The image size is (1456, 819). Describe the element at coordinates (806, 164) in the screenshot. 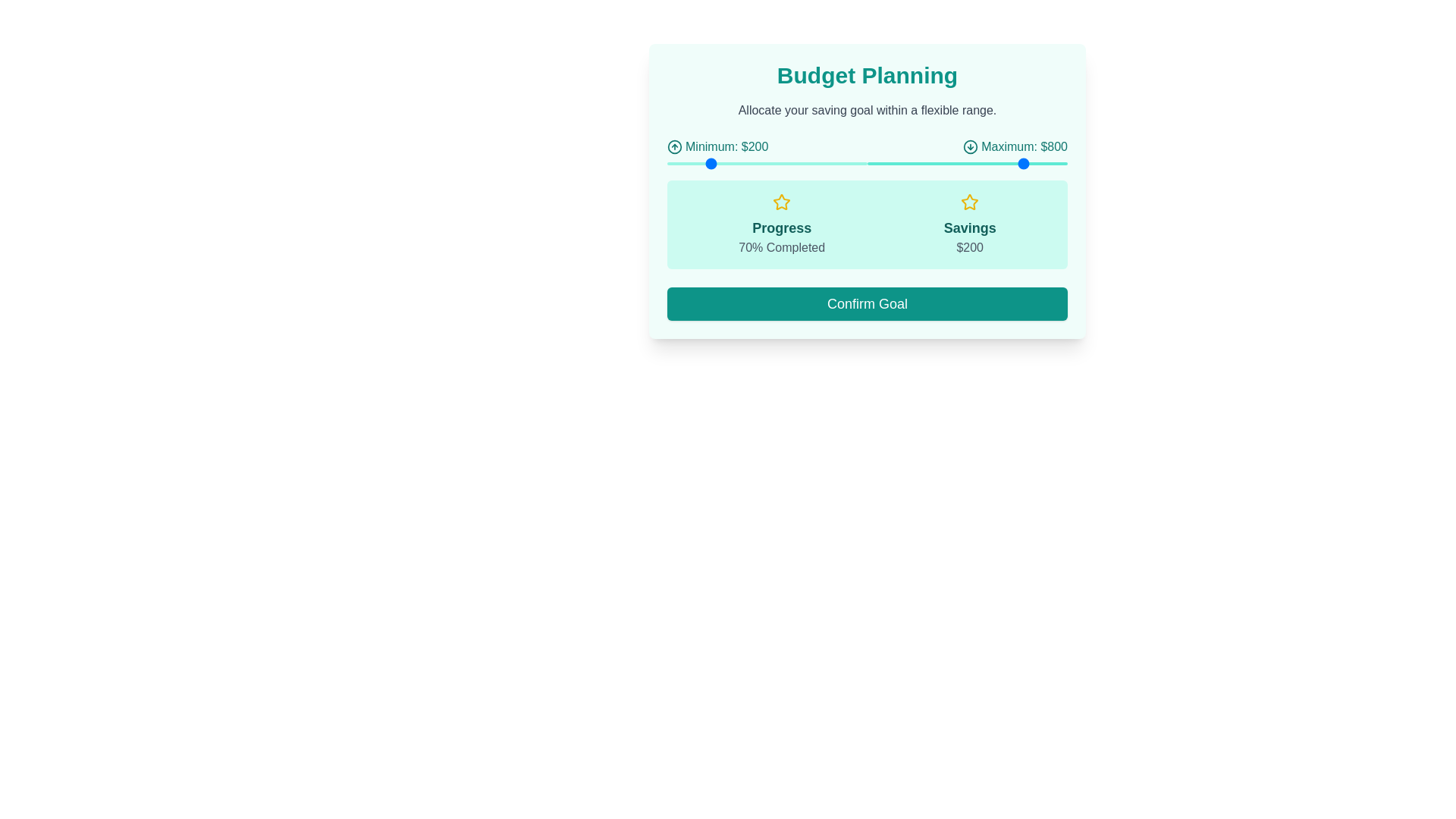

I see `the slider value` at that location.